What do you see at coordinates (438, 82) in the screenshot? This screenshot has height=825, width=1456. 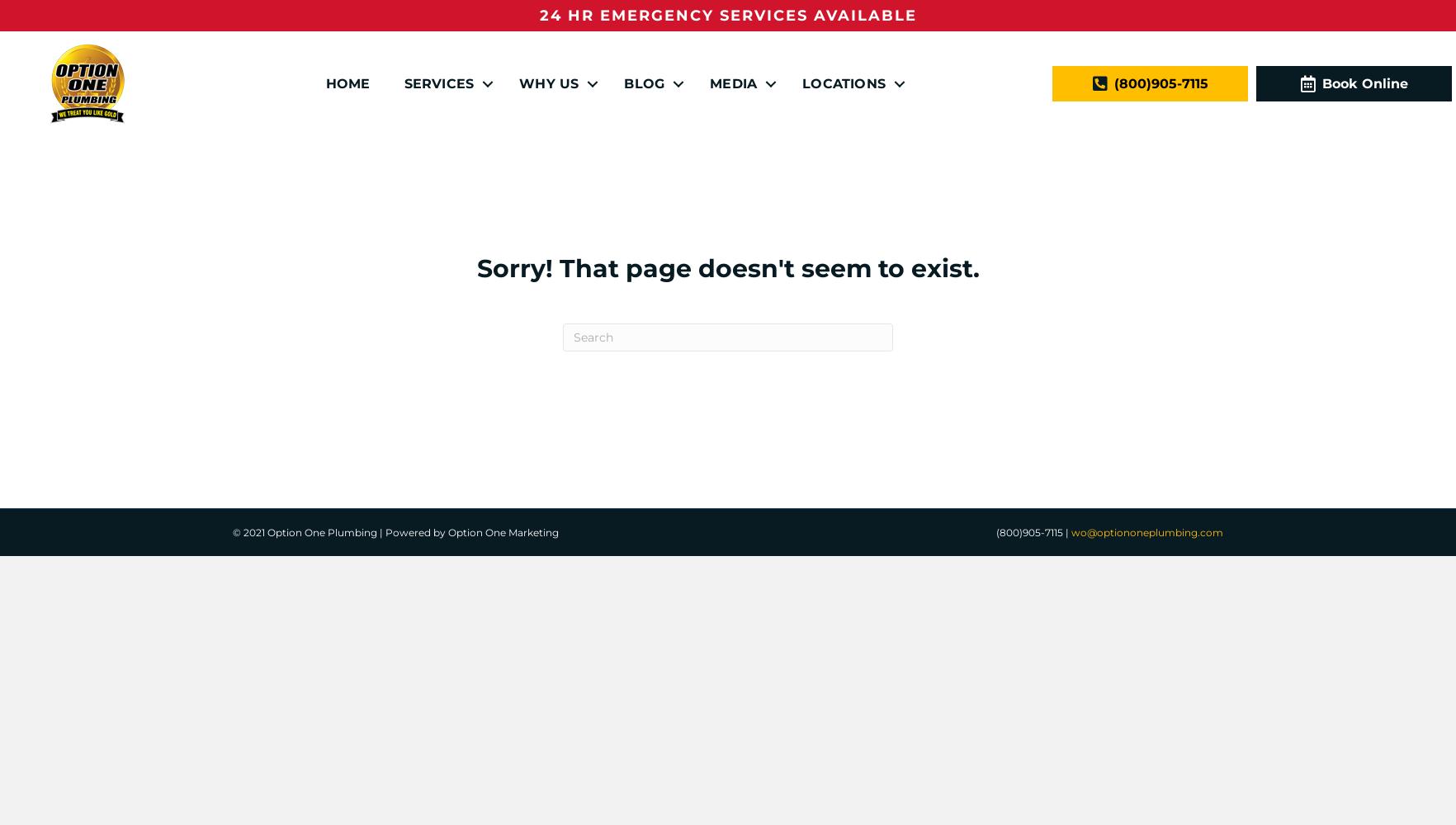 I see `'Services'` at bounding box center [438, 82].